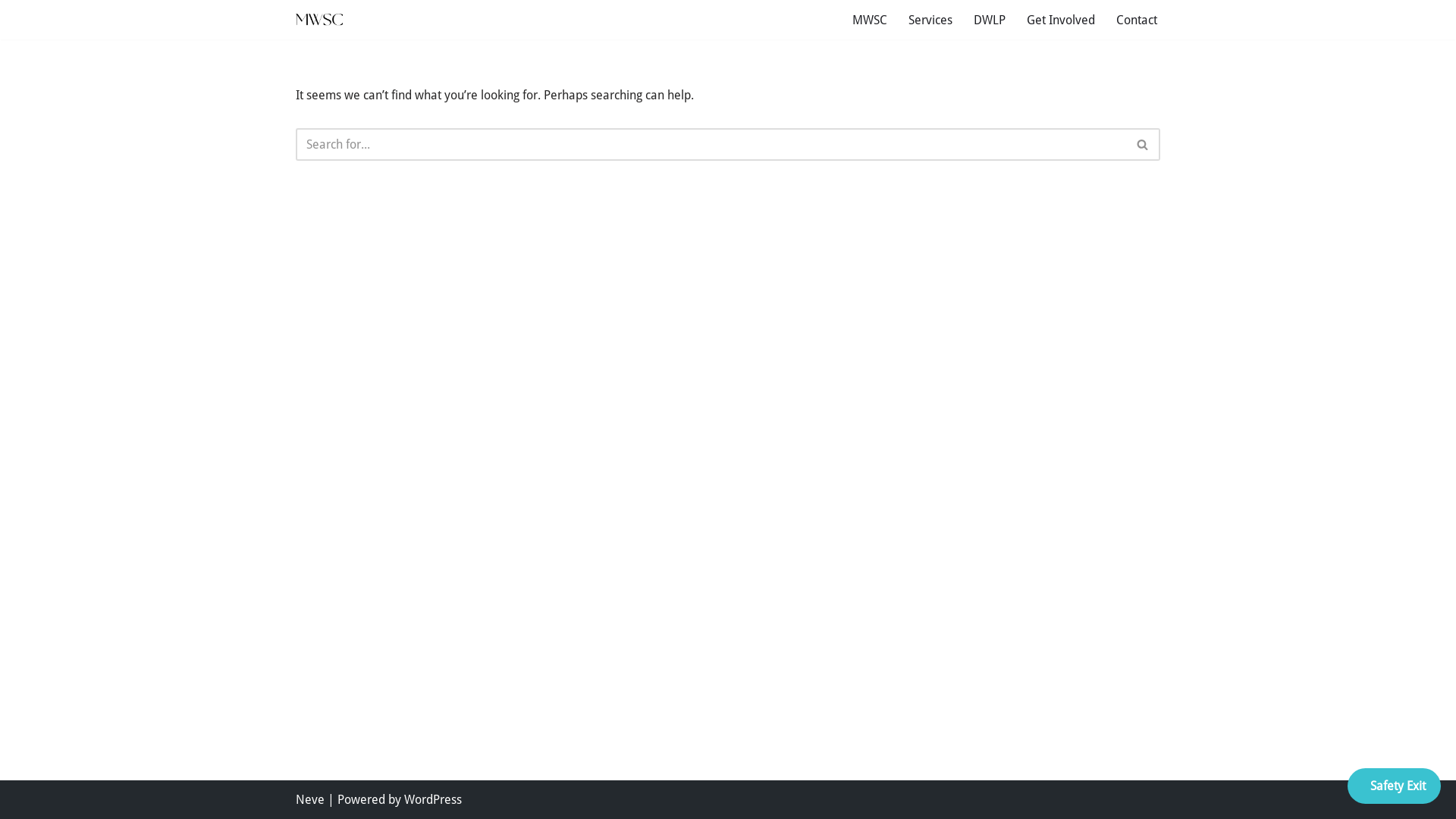  Describe the element at coordinates (318, 20) in the screenshot. I see `'MWSC'` at that location.